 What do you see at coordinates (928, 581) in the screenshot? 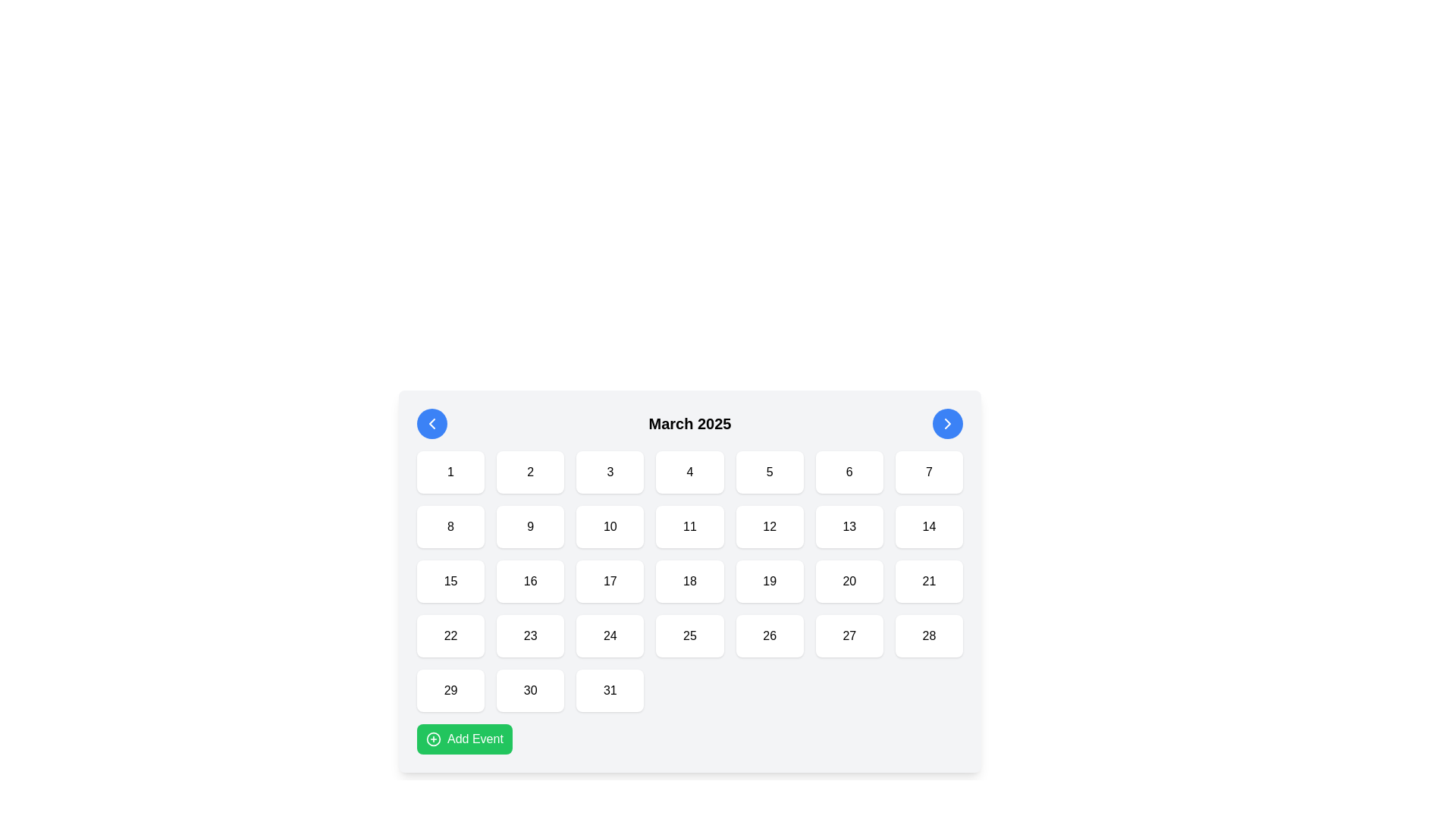
I see `the Calendar Day Cell displaying the number '21', which is styled as a clickable button in the sixth row and third column of the calendar grid` at bounding box center [928, 581].